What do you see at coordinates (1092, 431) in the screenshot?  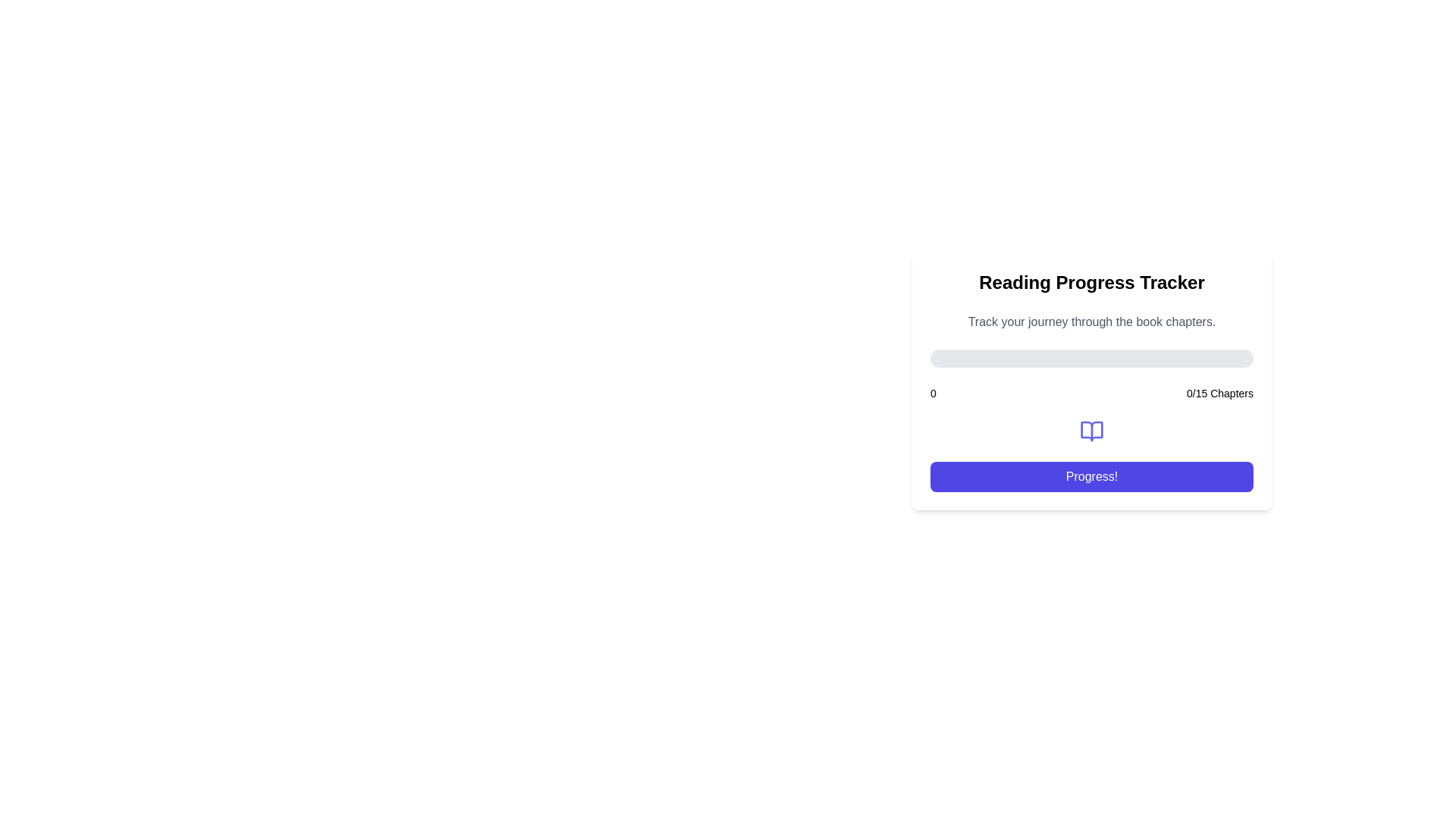 I see `the decorative book-related icon that represents the progress tracker feature, located below '0/15 Chapters' and above the 'Progress!' button` at bounding box center [1092, 431].